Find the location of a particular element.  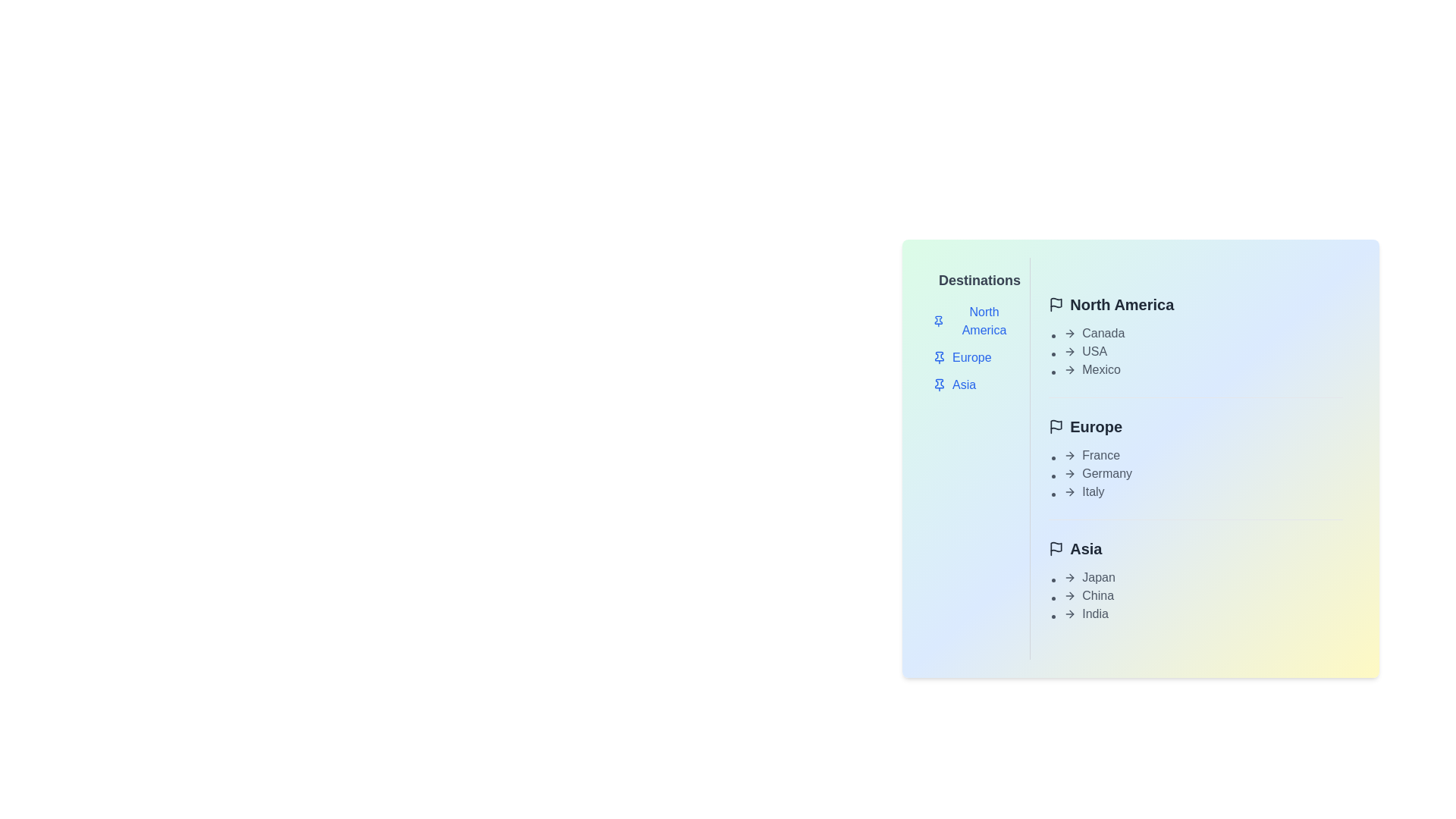

the text-based header labeled 'Europe' which is styled in bold, large gray font and accompanied by a flag icon, located in the vertical list under 'Destinations' is located at coordinates (1195, 427).